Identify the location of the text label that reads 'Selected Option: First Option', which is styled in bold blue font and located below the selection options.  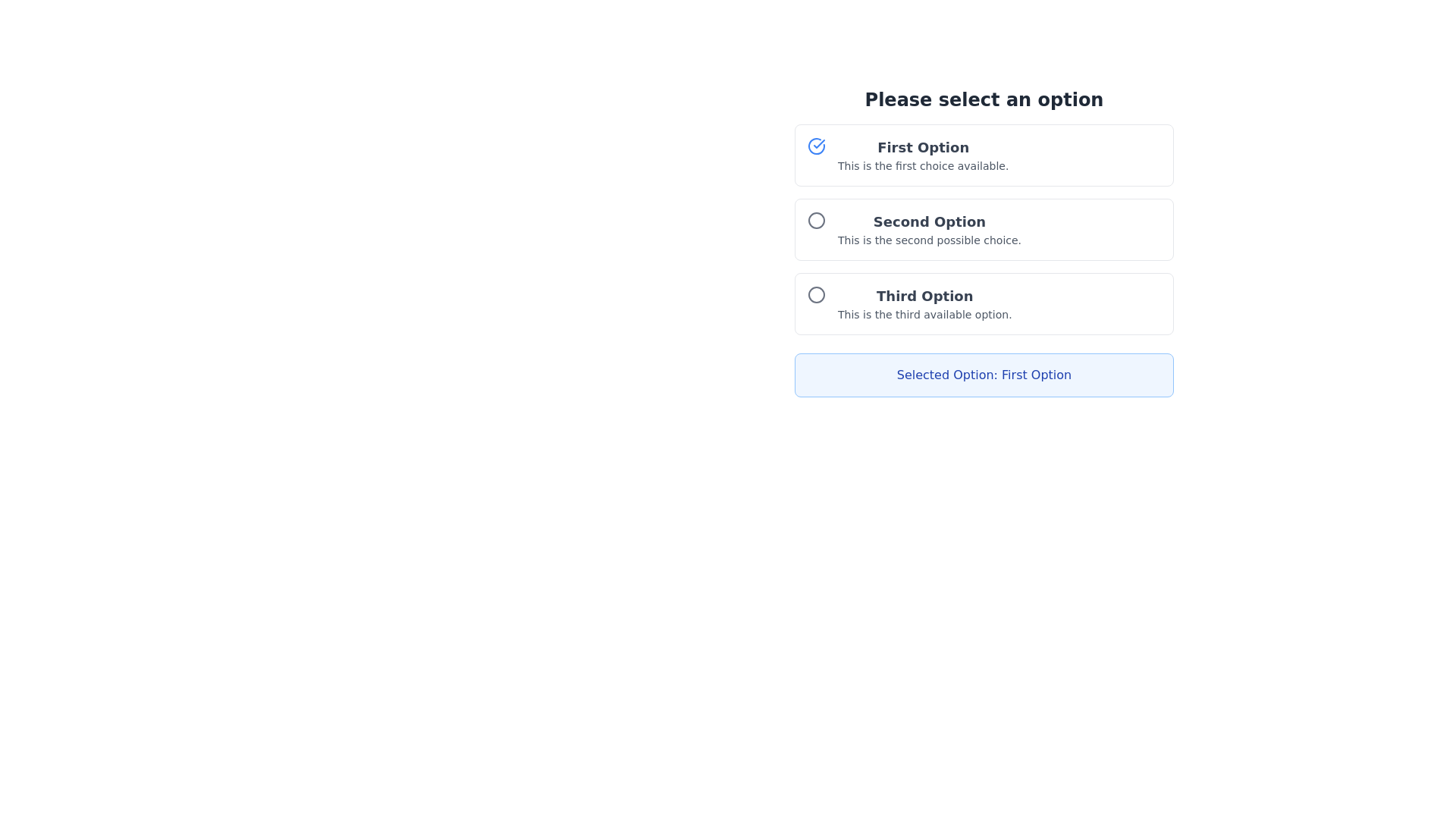
(984, 375).